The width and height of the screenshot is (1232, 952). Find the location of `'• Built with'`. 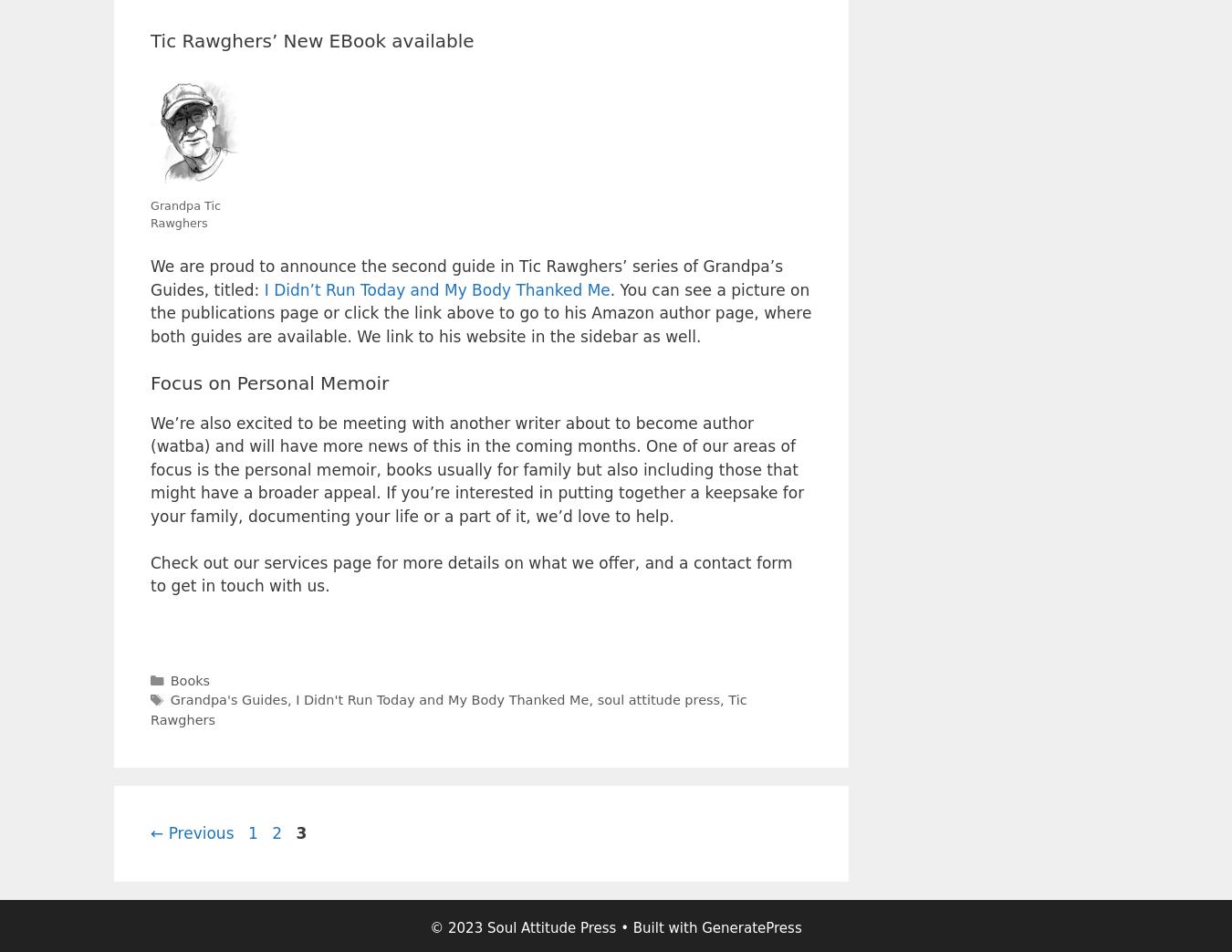

'• Built with' is located at coordinates (657, 928).